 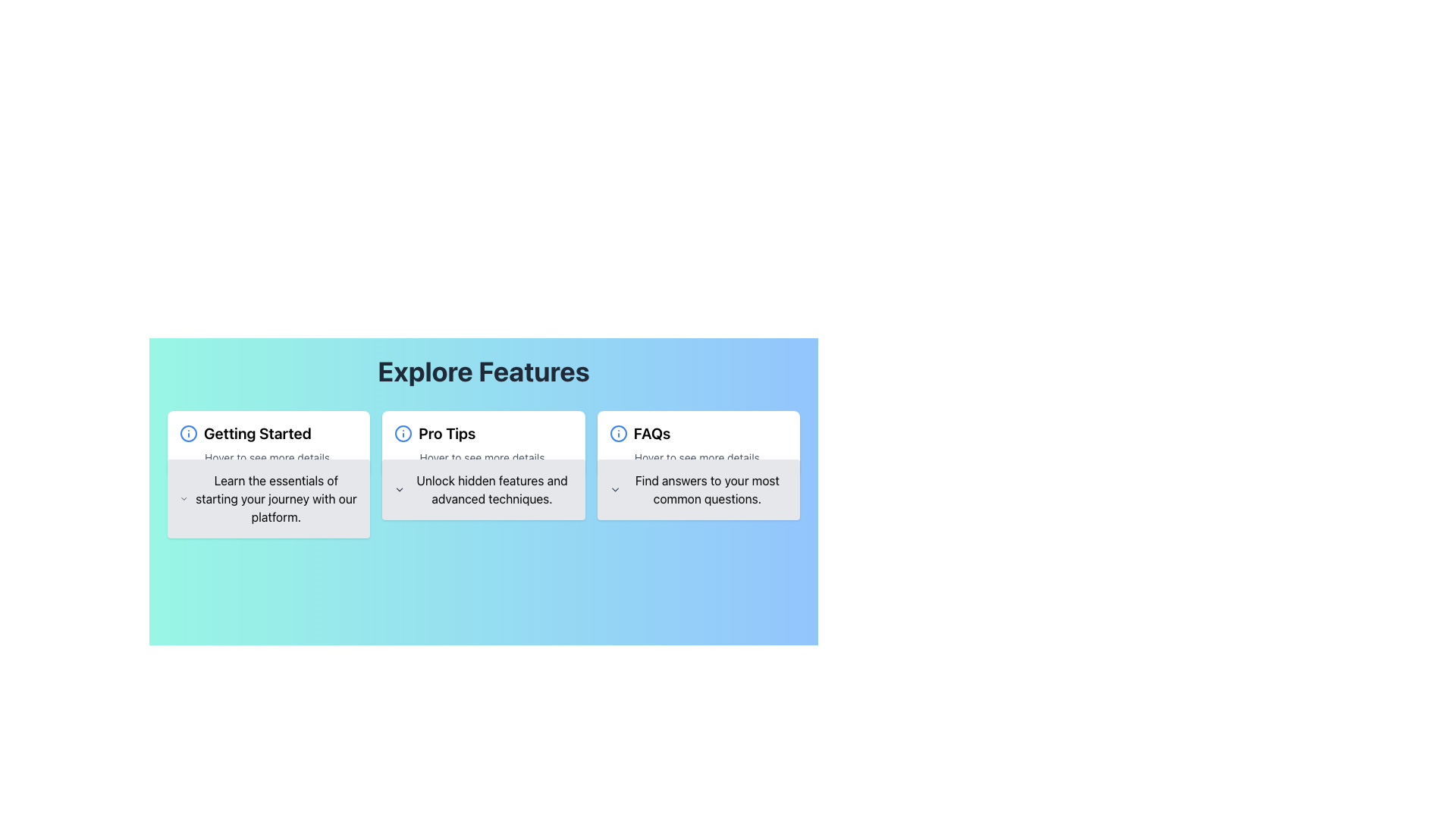 What do you see at coordinates (268, 457) in the screenshot?
I see `the Text Label located within the first card under the header 'Explore Features', positioned below 'Getting Started' and above 'Learn the essentials of starting your journey with our platform'` at bounding box center [268, 457].